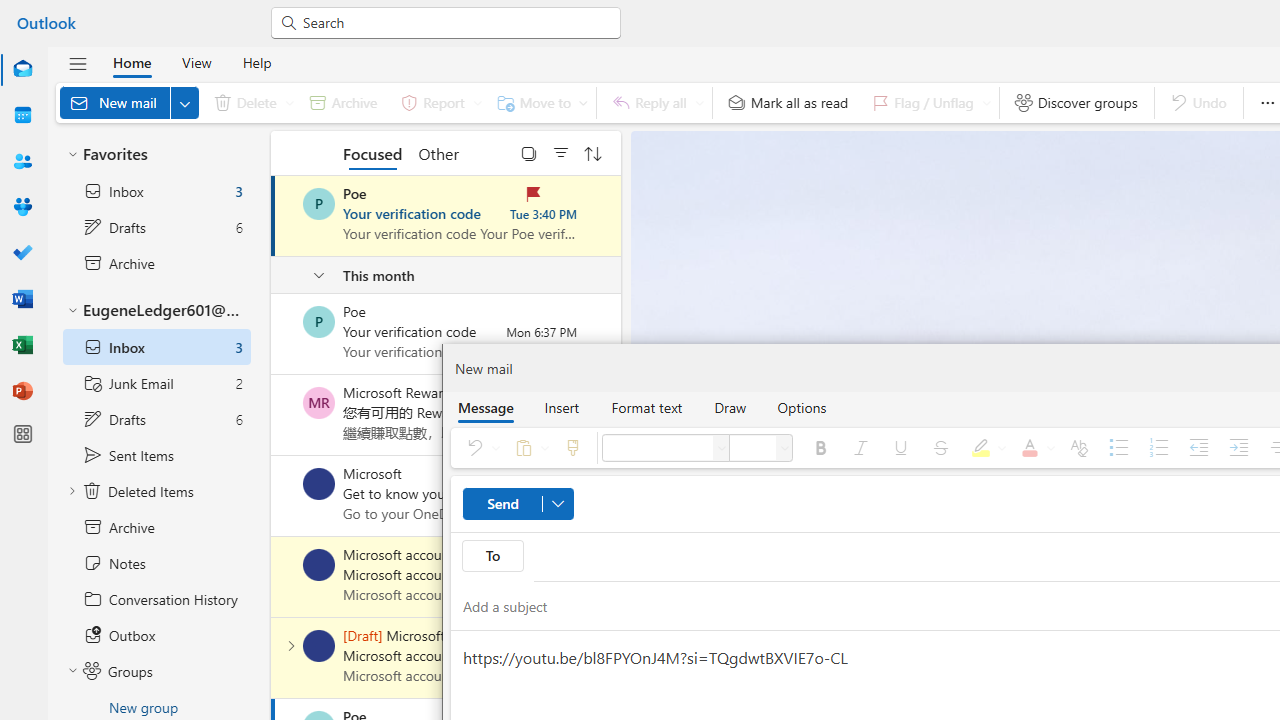 Image resolution: width=1280 pixels, height=720 pixels. What do you see at coordinates (23, 160) in the screenshot?
I see `'People'` at bounding box center [23, 160].